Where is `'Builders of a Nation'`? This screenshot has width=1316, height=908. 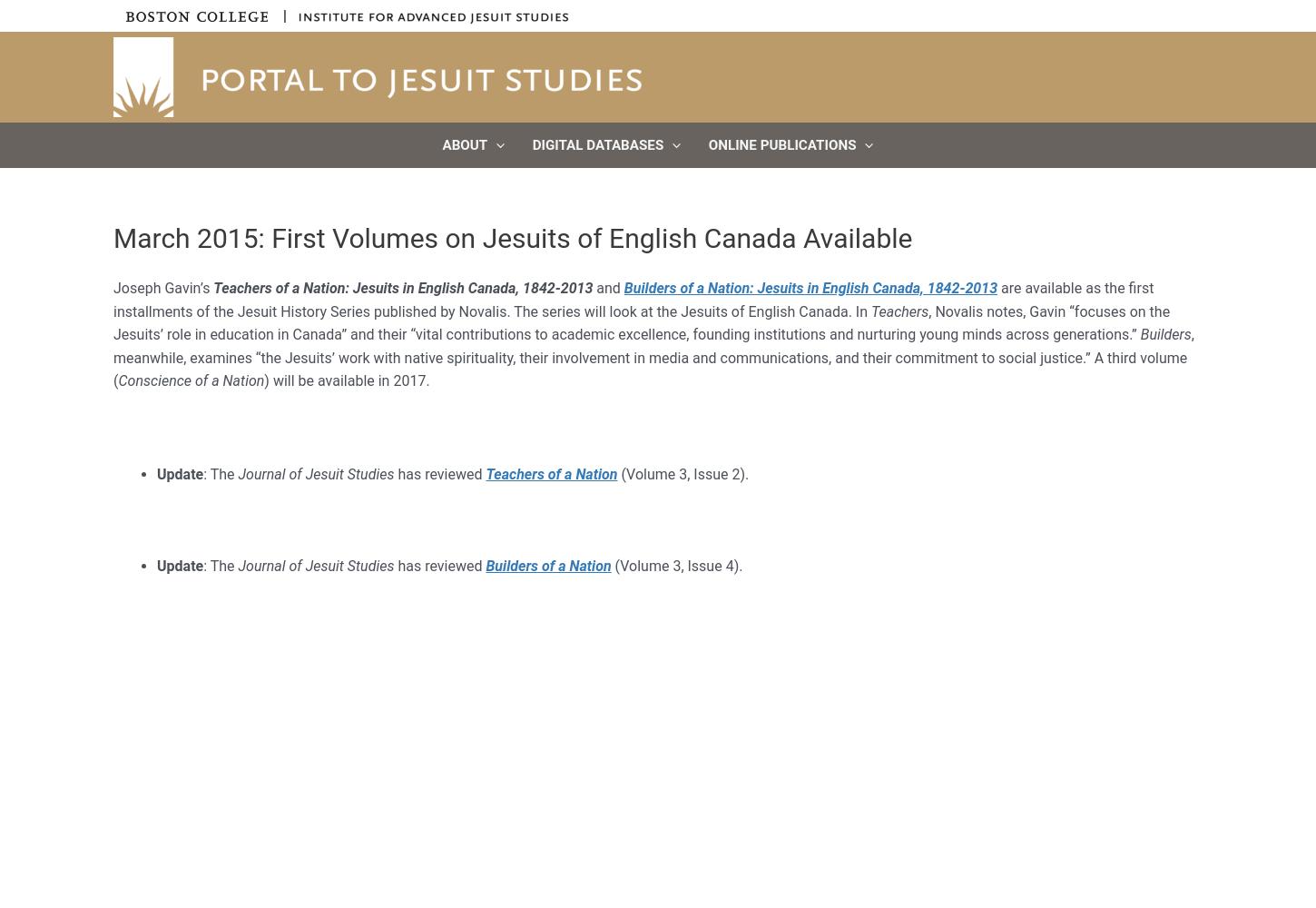 'Builders of a Nation' is located at coordinates (486, 564).